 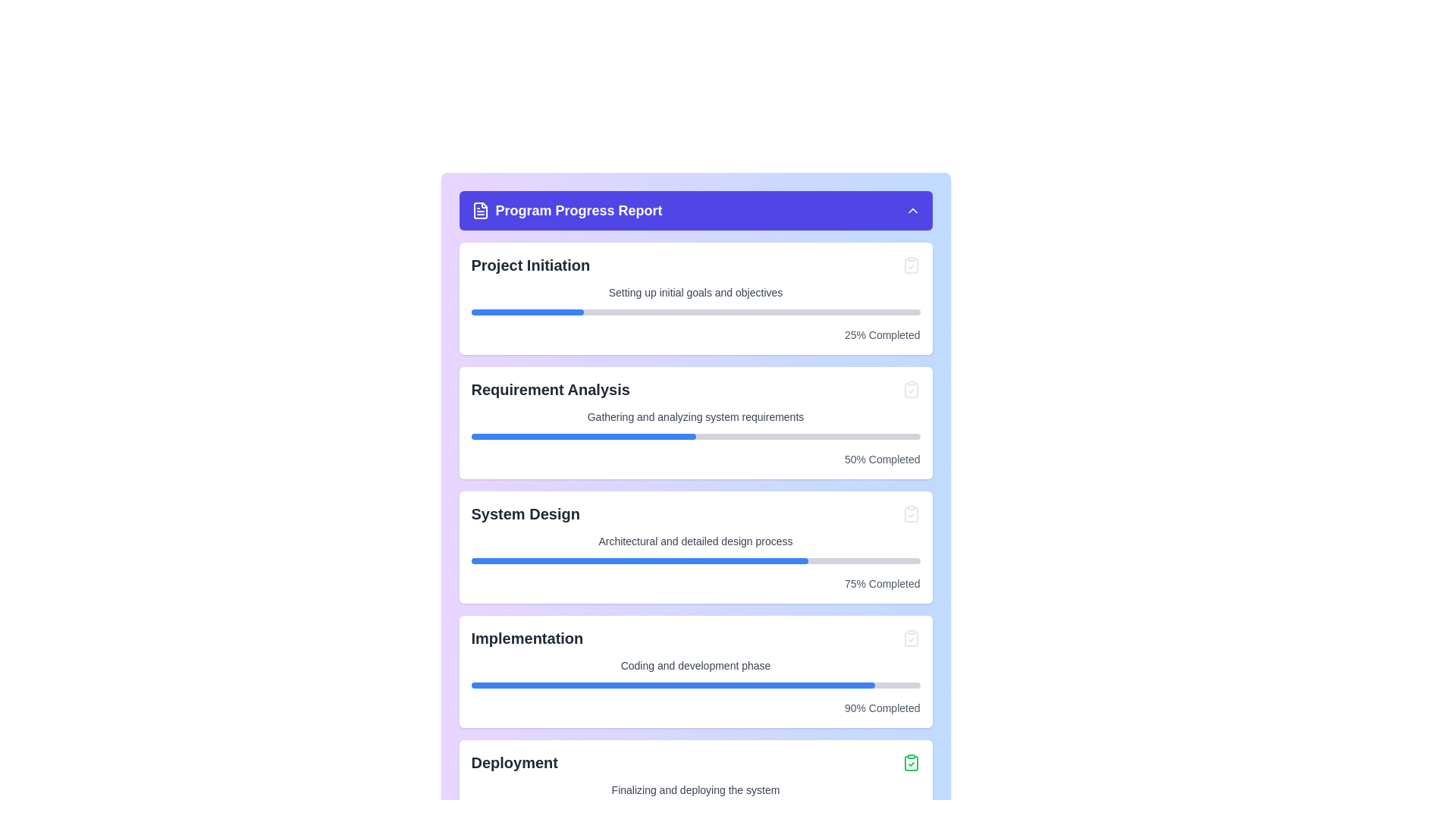 I want to click on text 'System Design' which is prominently displayed in bold and larger font within the 'Program Progress Report' panel, specifically in the third section below 'Requirement Analysis', so click(x=526, y=513).